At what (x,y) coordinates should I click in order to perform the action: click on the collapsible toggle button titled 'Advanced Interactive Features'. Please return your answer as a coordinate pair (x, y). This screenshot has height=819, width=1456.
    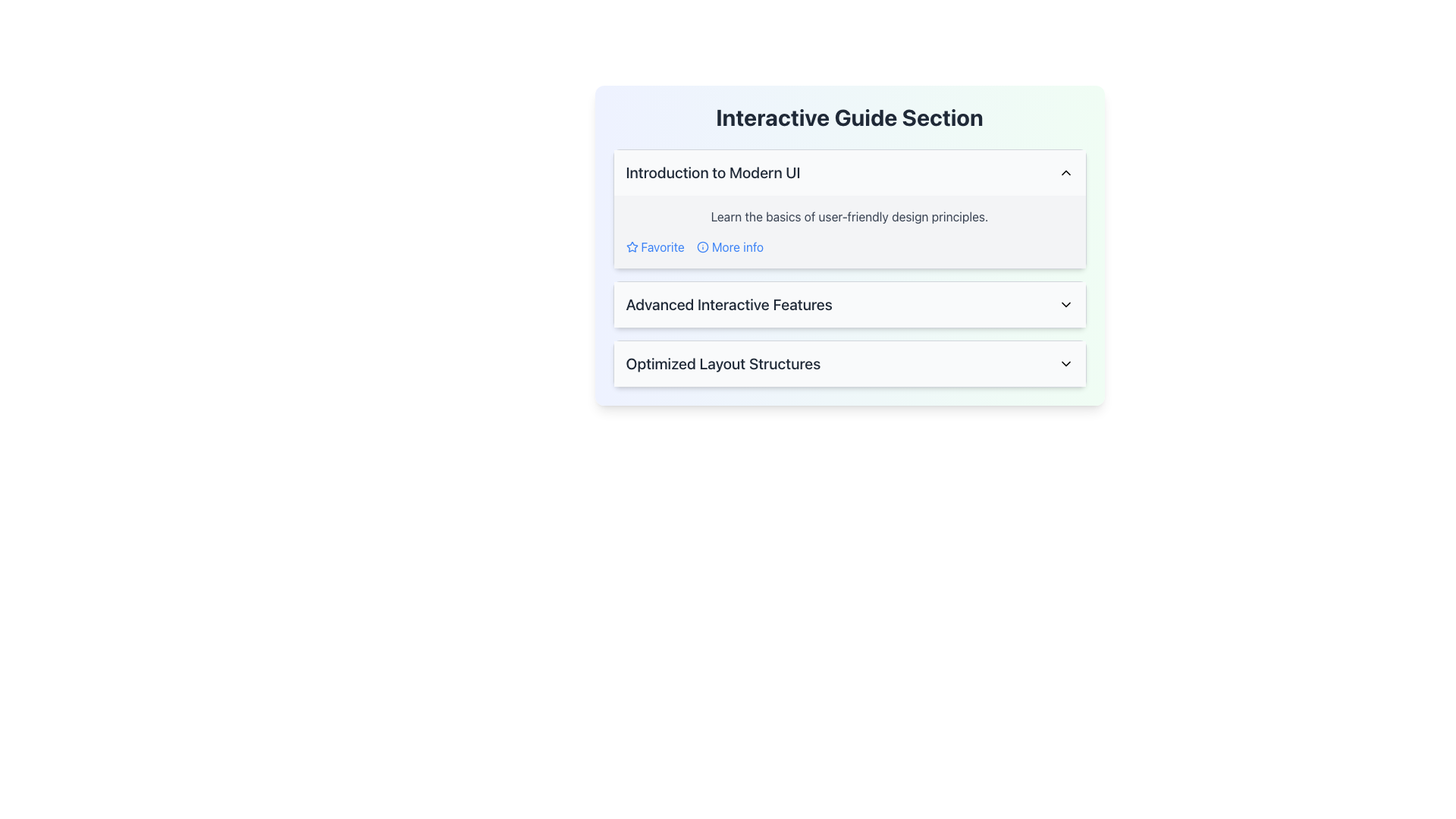
    Looking at the image, I should click on (849, 304).